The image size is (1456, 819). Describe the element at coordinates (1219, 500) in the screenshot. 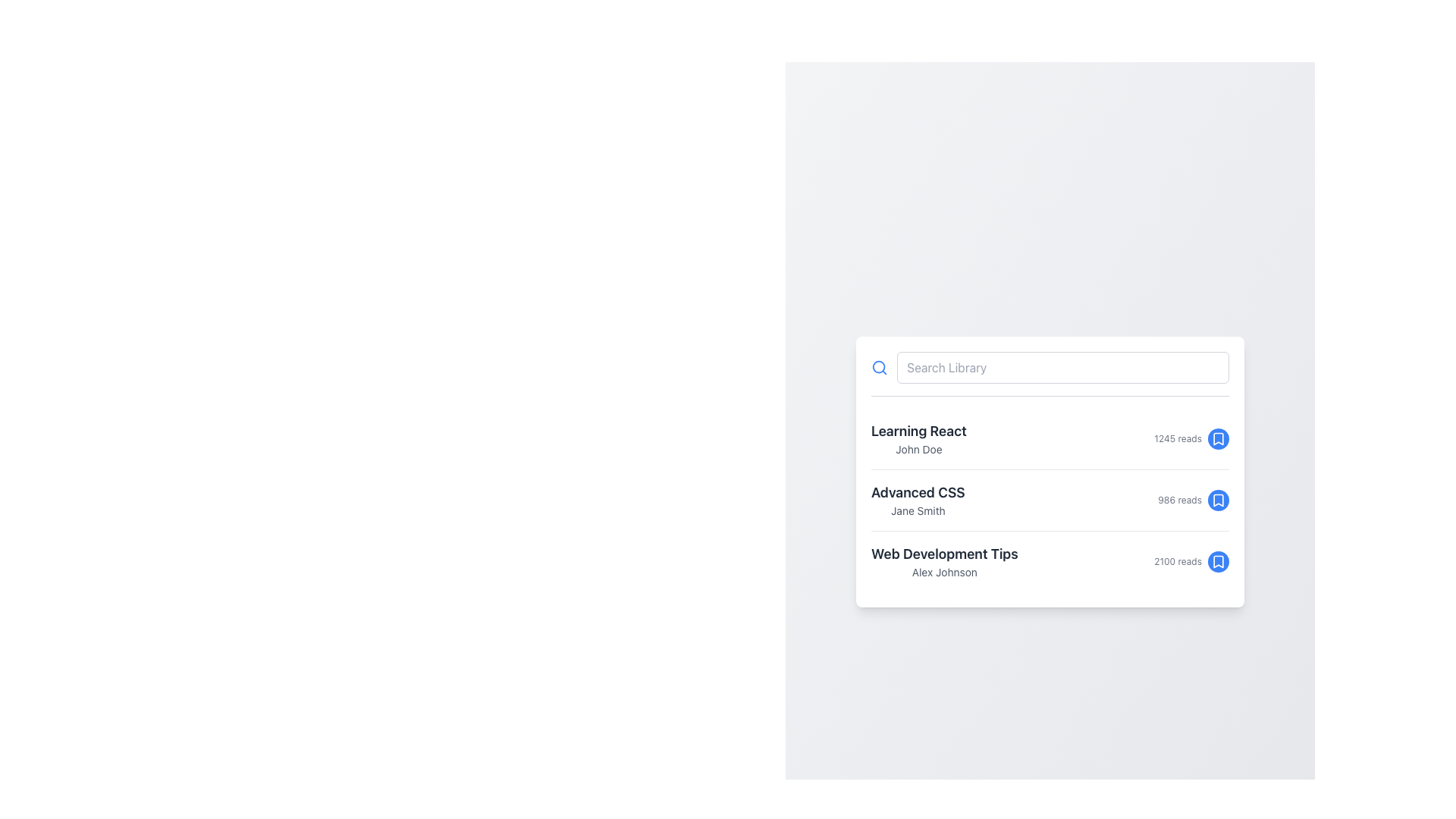

I see `the circular blue button with a white bookmark icon located to the right of the text '986 reads' in the 'Advanced CSS' entry` at that location.